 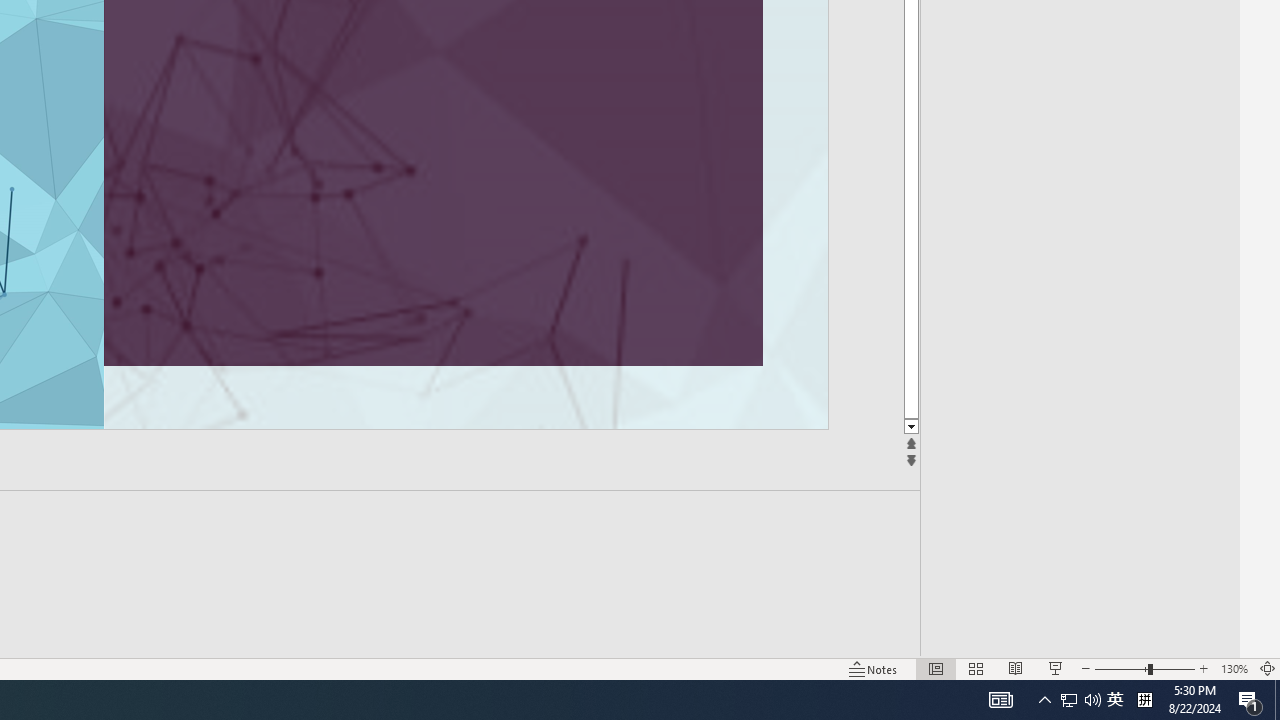 I want to click on 'Zoom Out', so click(x=1121, y=669).